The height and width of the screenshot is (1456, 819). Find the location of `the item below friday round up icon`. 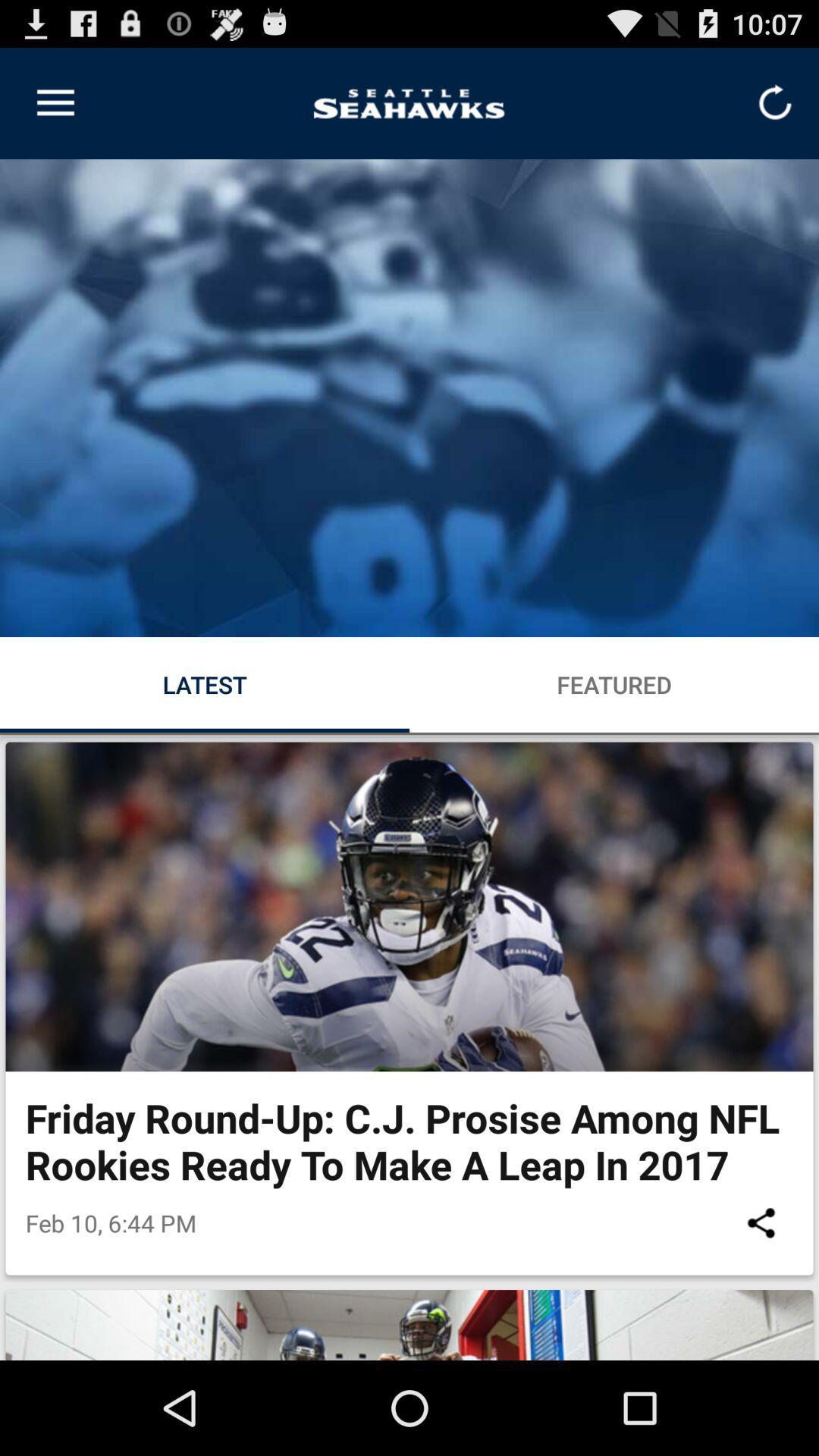

the item below friday round up icon is located at coordinates (761, 1222).